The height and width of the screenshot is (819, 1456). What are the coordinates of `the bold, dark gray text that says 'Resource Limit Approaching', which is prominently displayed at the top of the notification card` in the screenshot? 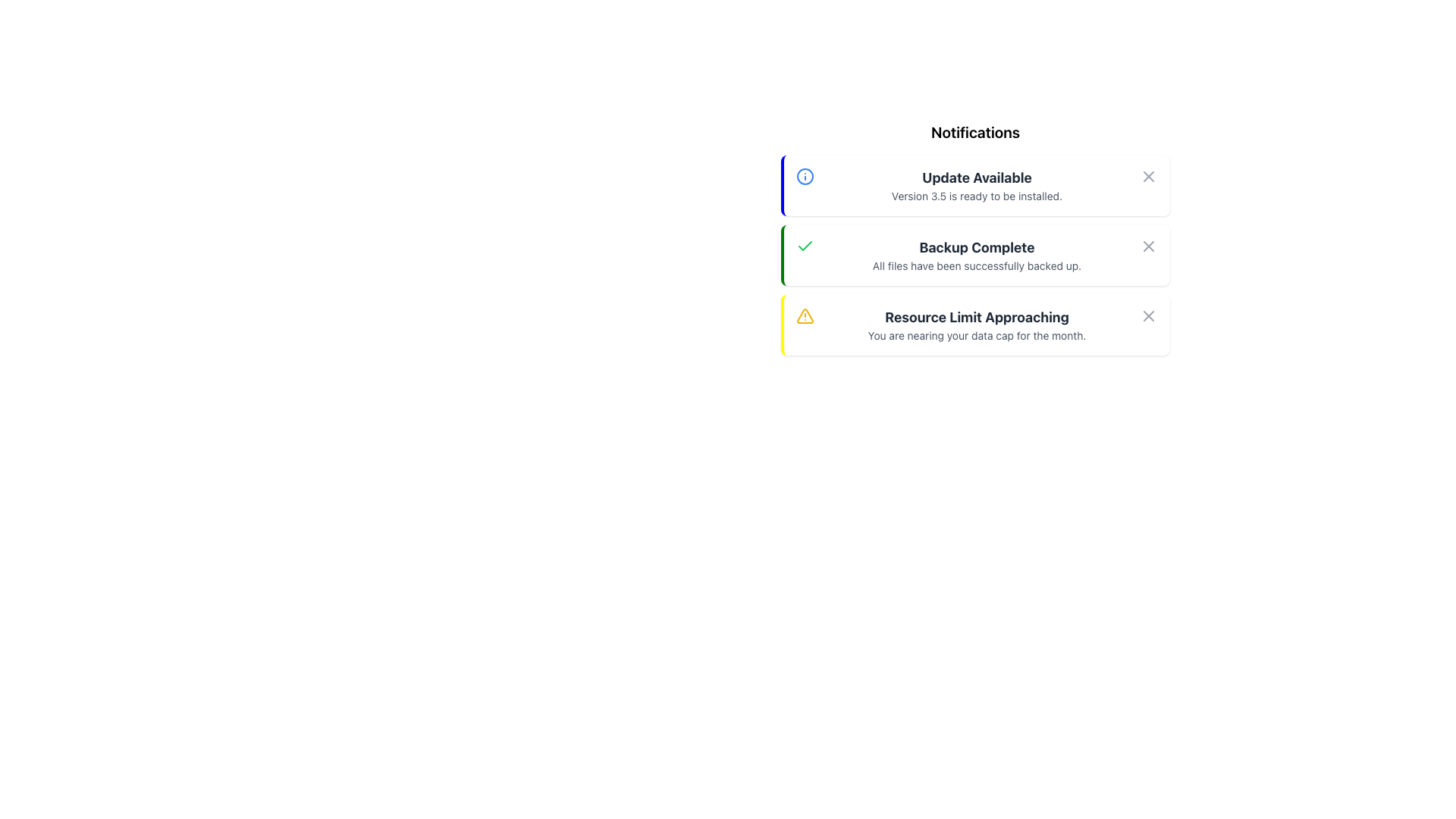 It's located at (977, 317).